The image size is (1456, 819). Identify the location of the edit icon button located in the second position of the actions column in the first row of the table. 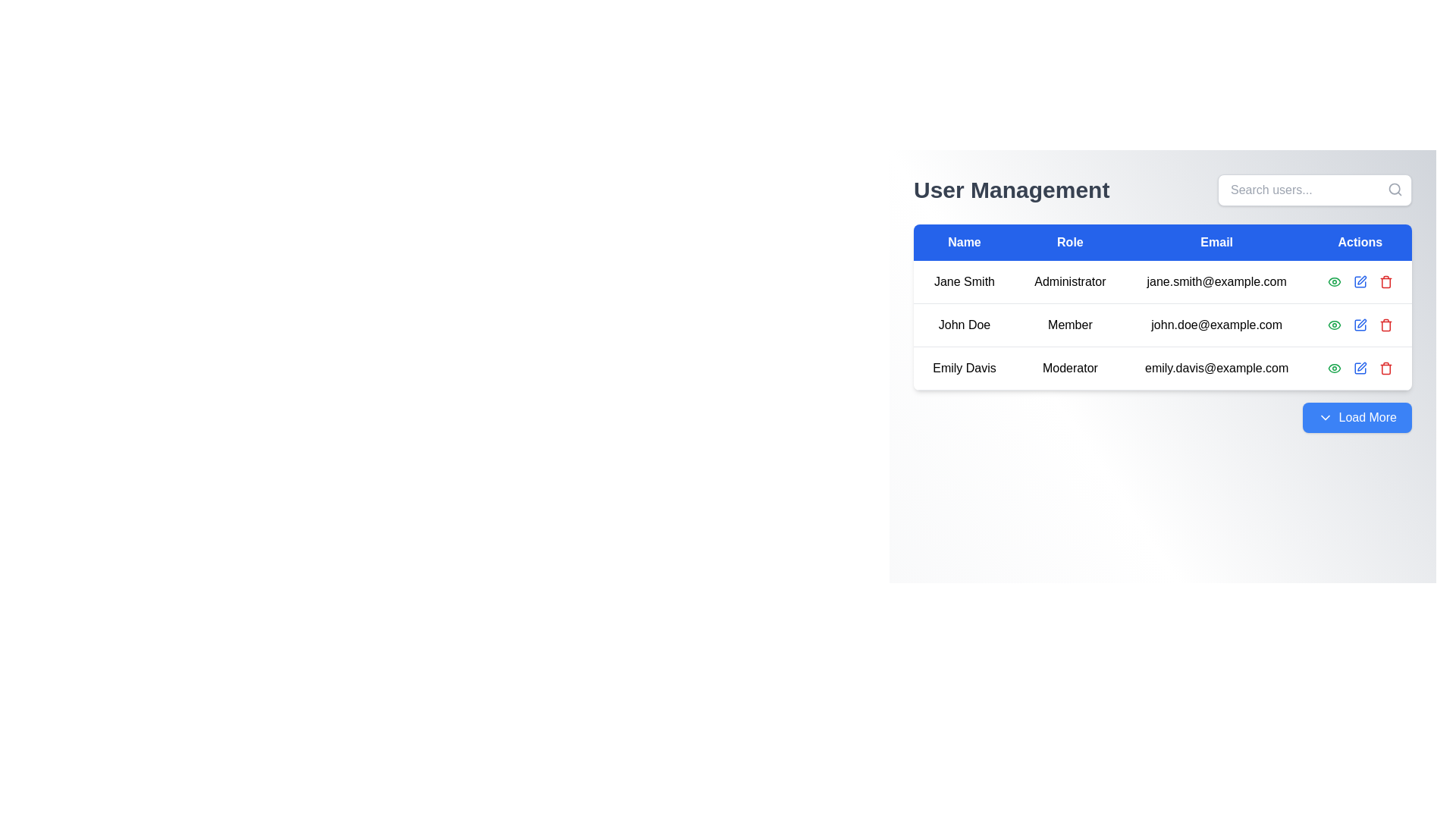
(1360, 281).